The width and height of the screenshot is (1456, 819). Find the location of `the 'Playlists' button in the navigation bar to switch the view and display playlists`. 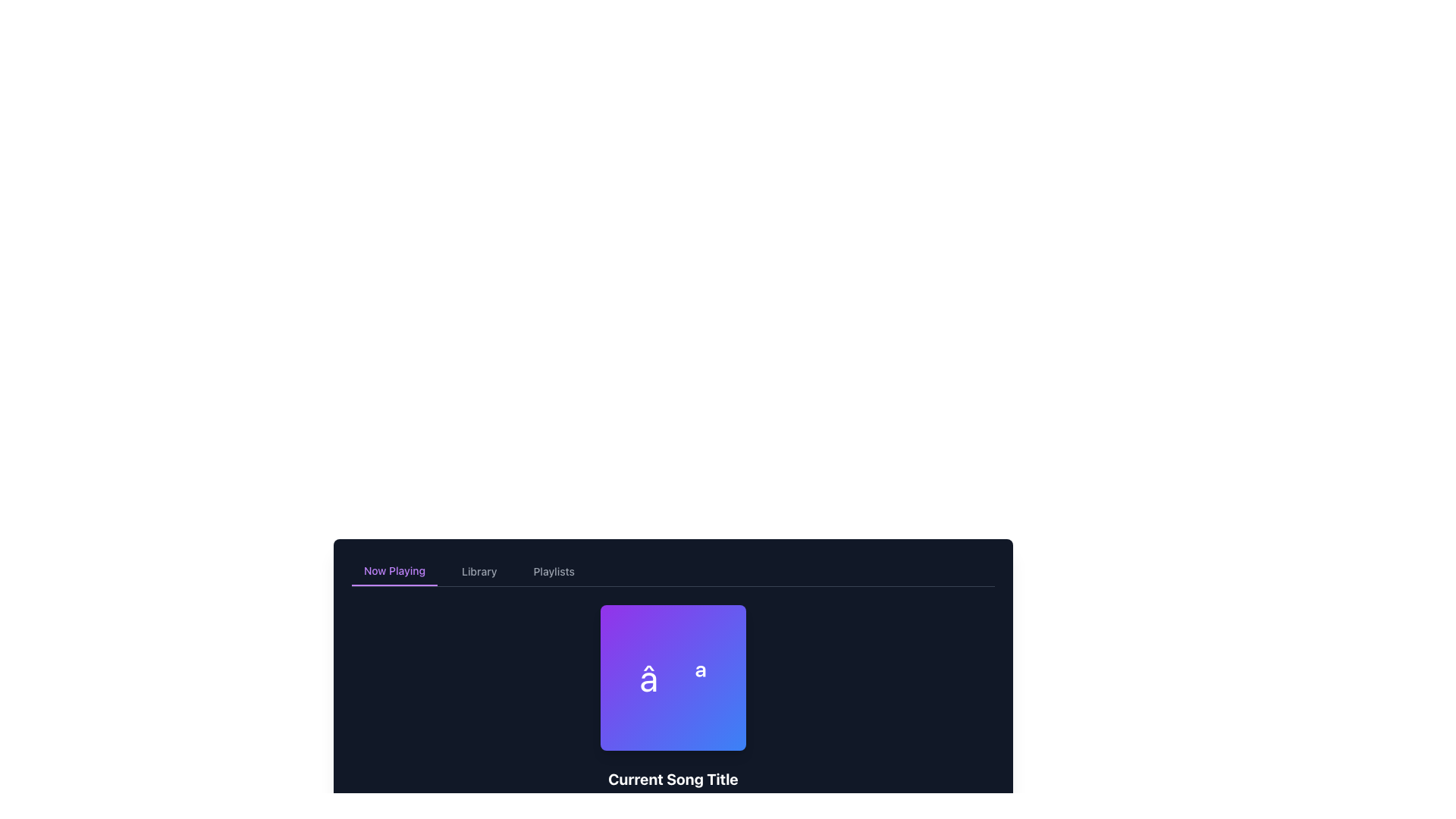

the 'Playlists' button in the navigation bar to switch the view and display playlists is located at coordinates (553, 571).